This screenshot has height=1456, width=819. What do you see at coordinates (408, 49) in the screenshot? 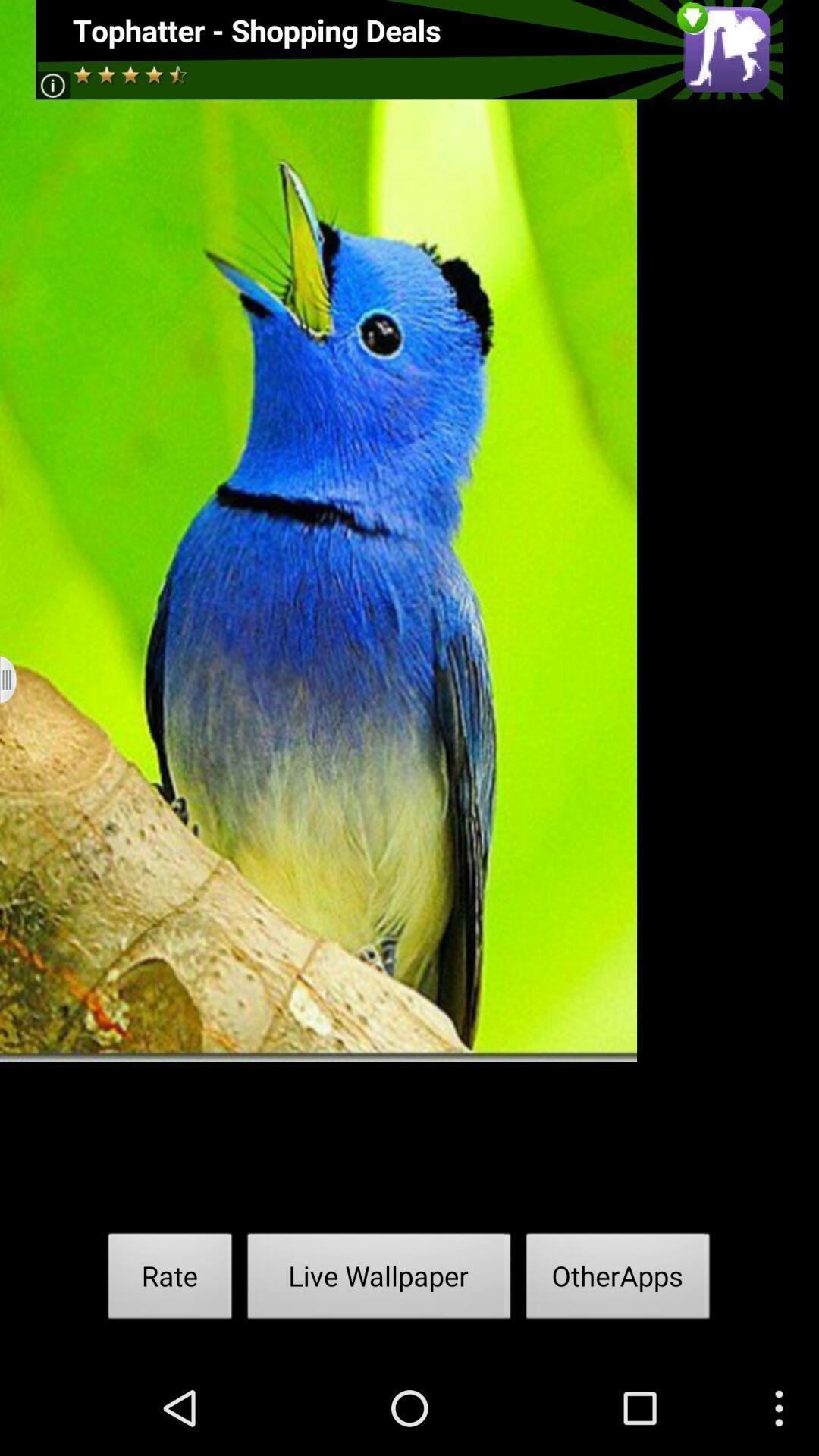
I see `advertisement` at bounding box center [408, 49].